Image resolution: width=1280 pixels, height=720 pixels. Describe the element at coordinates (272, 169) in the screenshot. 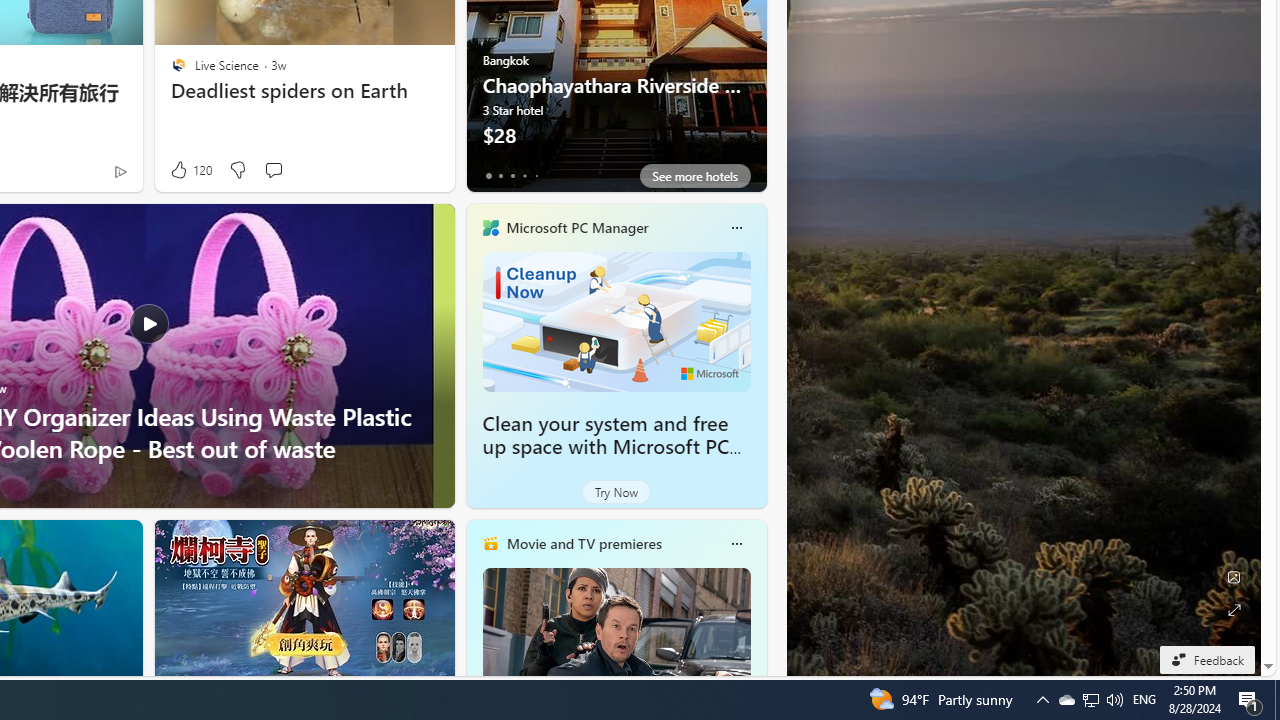

I see `'Start the conversation'` at that location.